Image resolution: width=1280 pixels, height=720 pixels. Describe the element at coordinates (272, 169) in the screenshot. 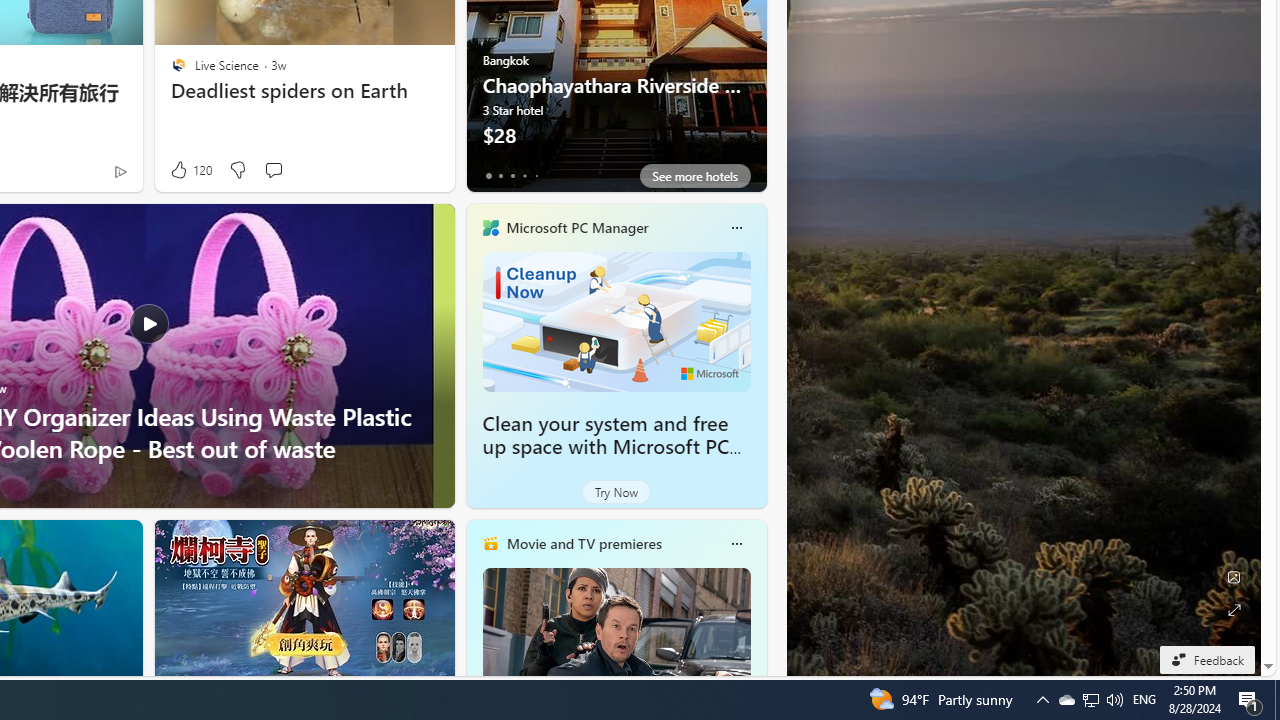

I see `'Start the conversation'` at that location.